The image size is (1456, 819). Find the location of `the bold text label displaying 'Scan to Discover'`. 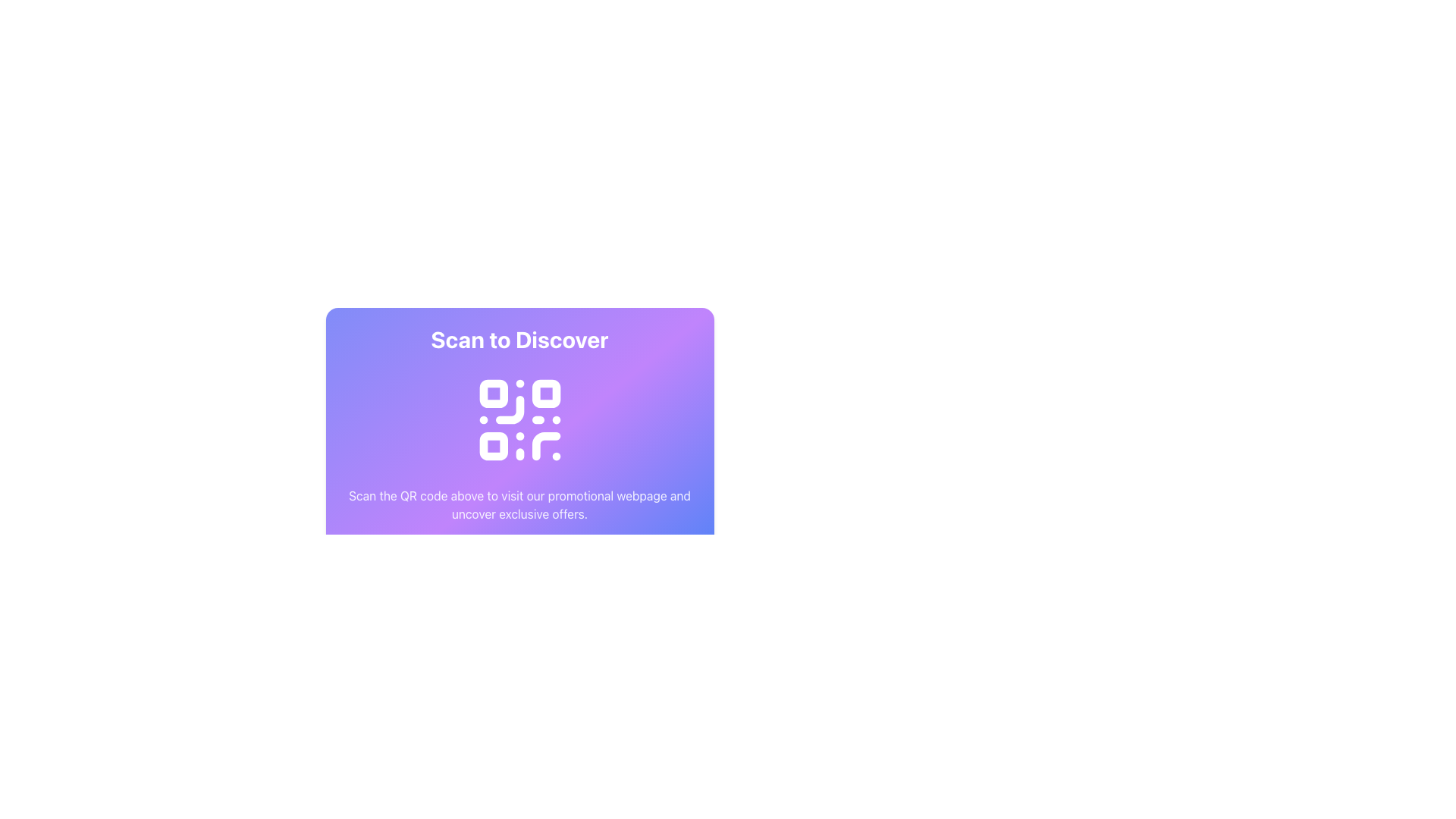

the bold text label displaying 'Scan to Discover' is located at coordinates (519, 338).